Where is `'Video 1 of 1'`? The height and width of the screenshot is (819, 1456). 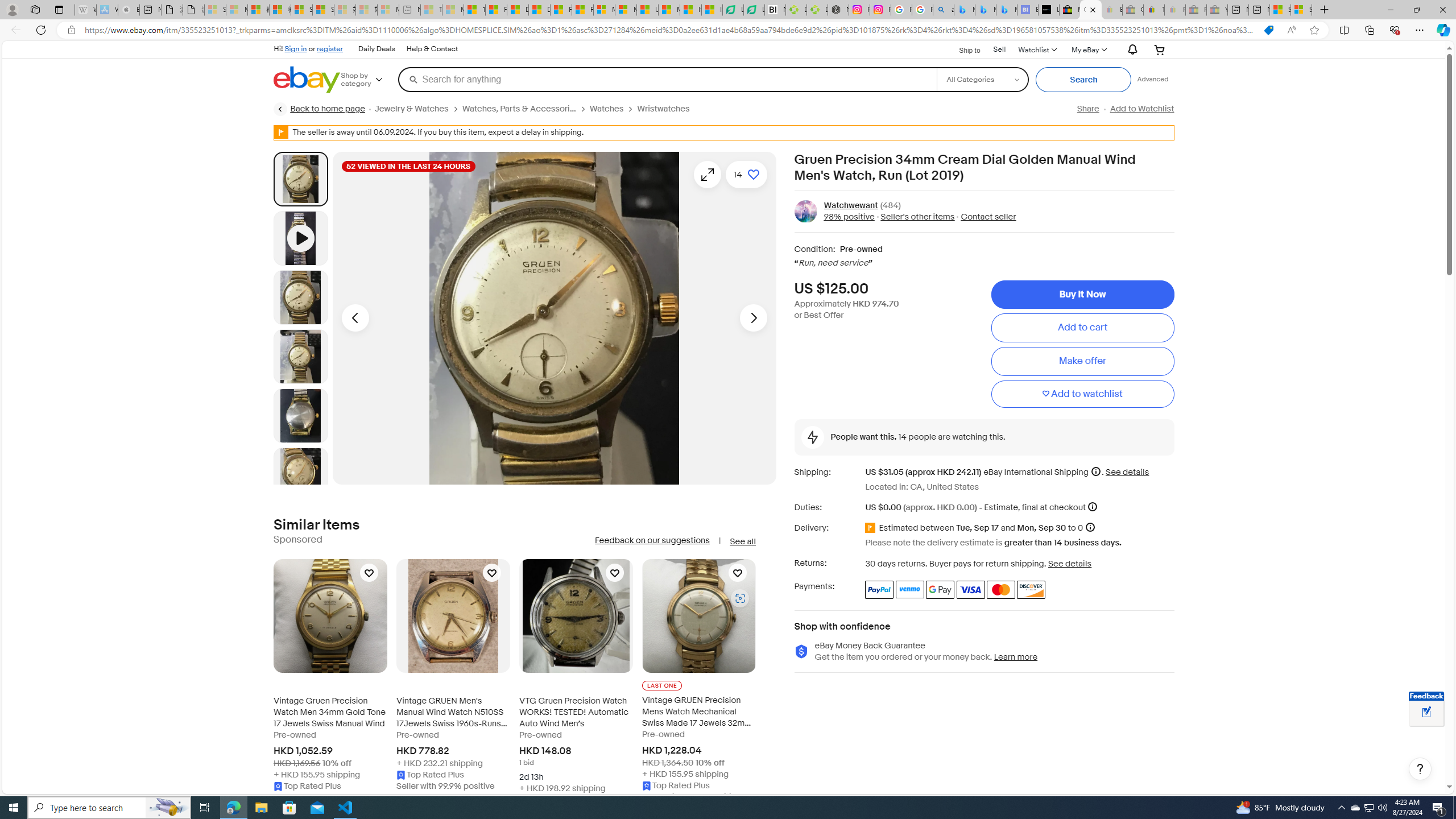
'Video 1 of 1' is located at coordinates (300, 238).